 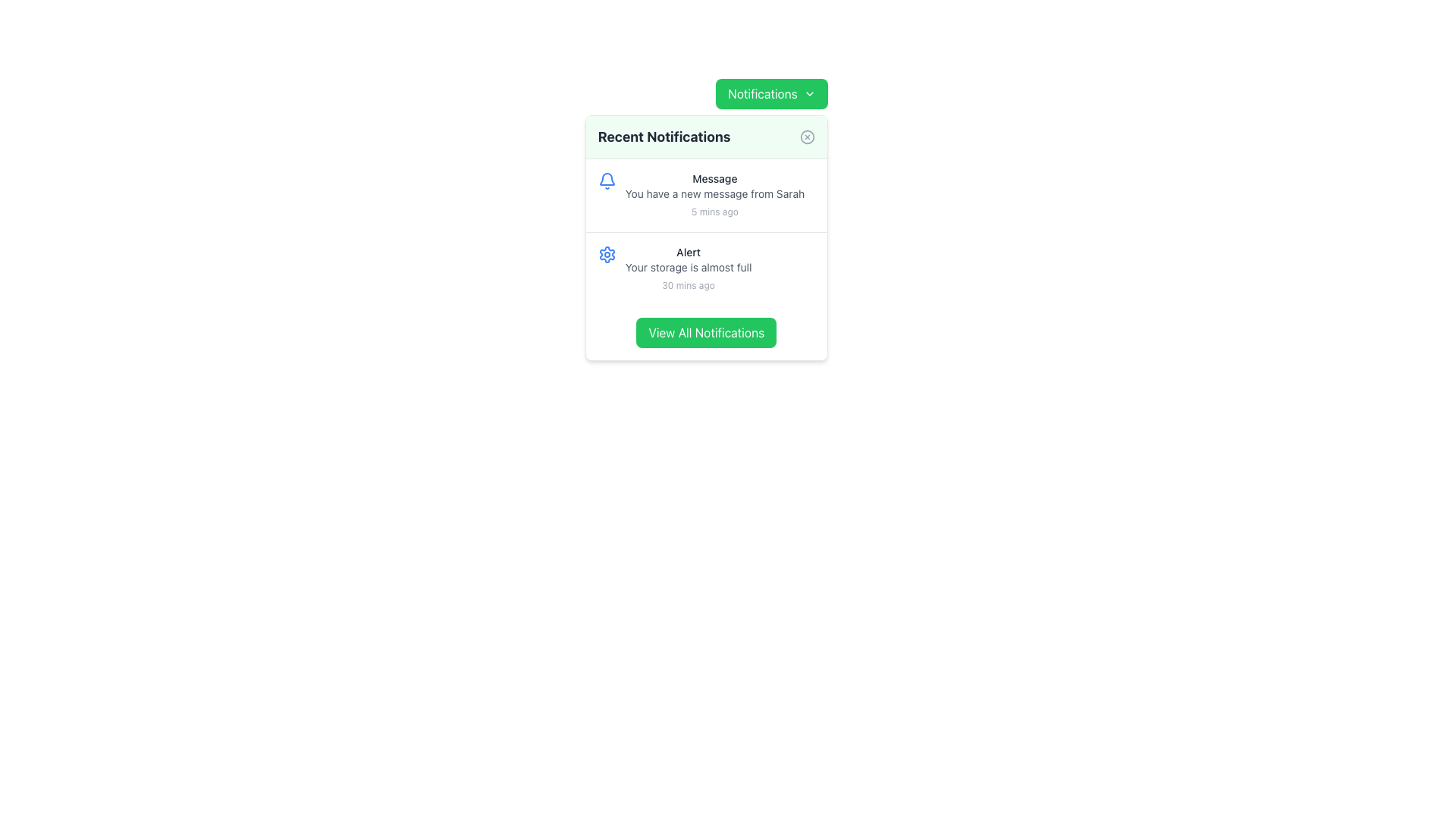 What do you see at coordinates (714, 193) in the screenshot?
I see `the text element reading 'You have a new message from Sarah', which is styled in gray and located within the notification interface, directly below the title 'Message'` at bounding box center [714, 193].